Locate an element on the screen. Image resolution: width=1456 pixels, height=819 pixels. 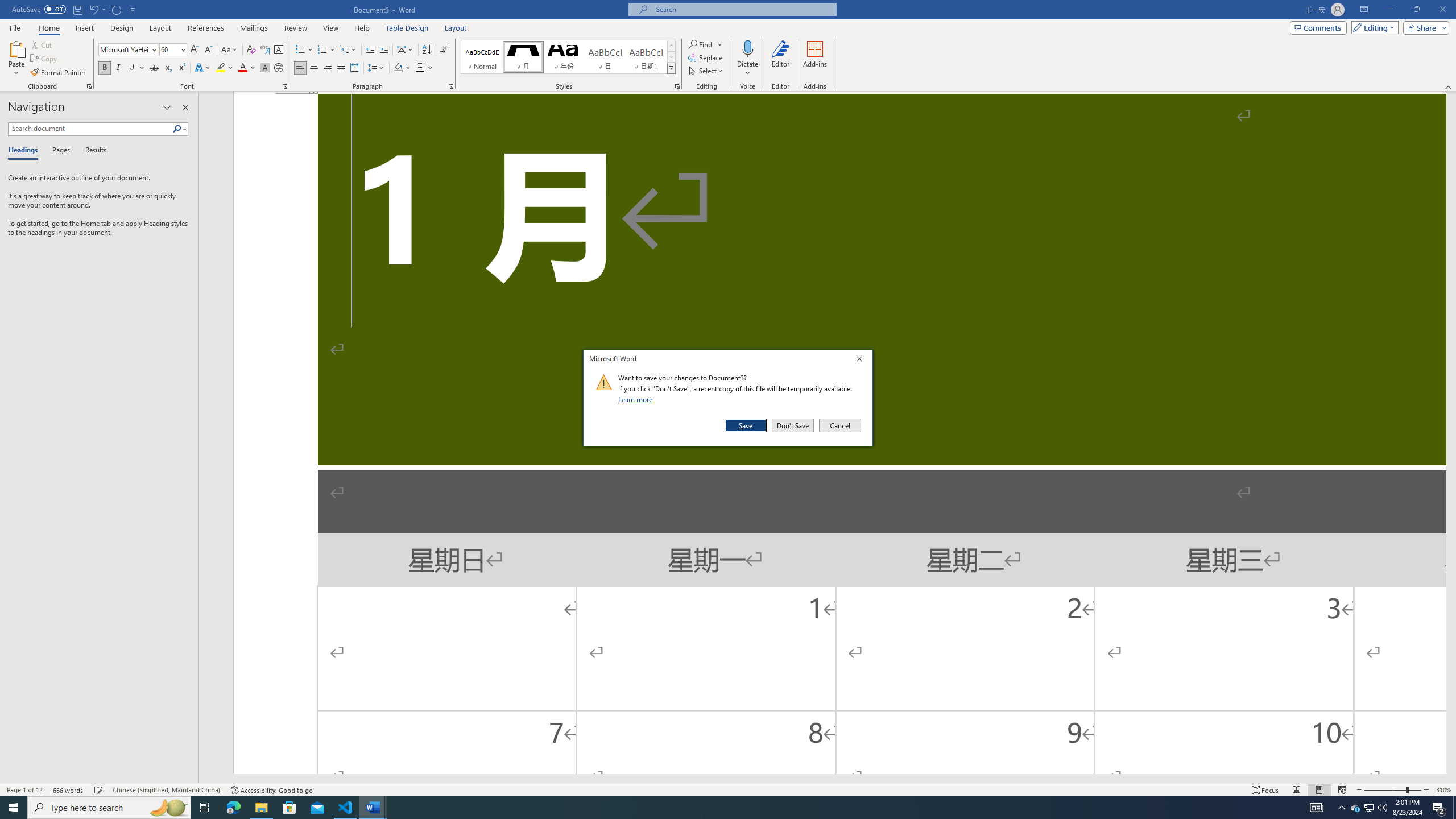
'Word Count 666 words' is located at coordinates (69, 790).